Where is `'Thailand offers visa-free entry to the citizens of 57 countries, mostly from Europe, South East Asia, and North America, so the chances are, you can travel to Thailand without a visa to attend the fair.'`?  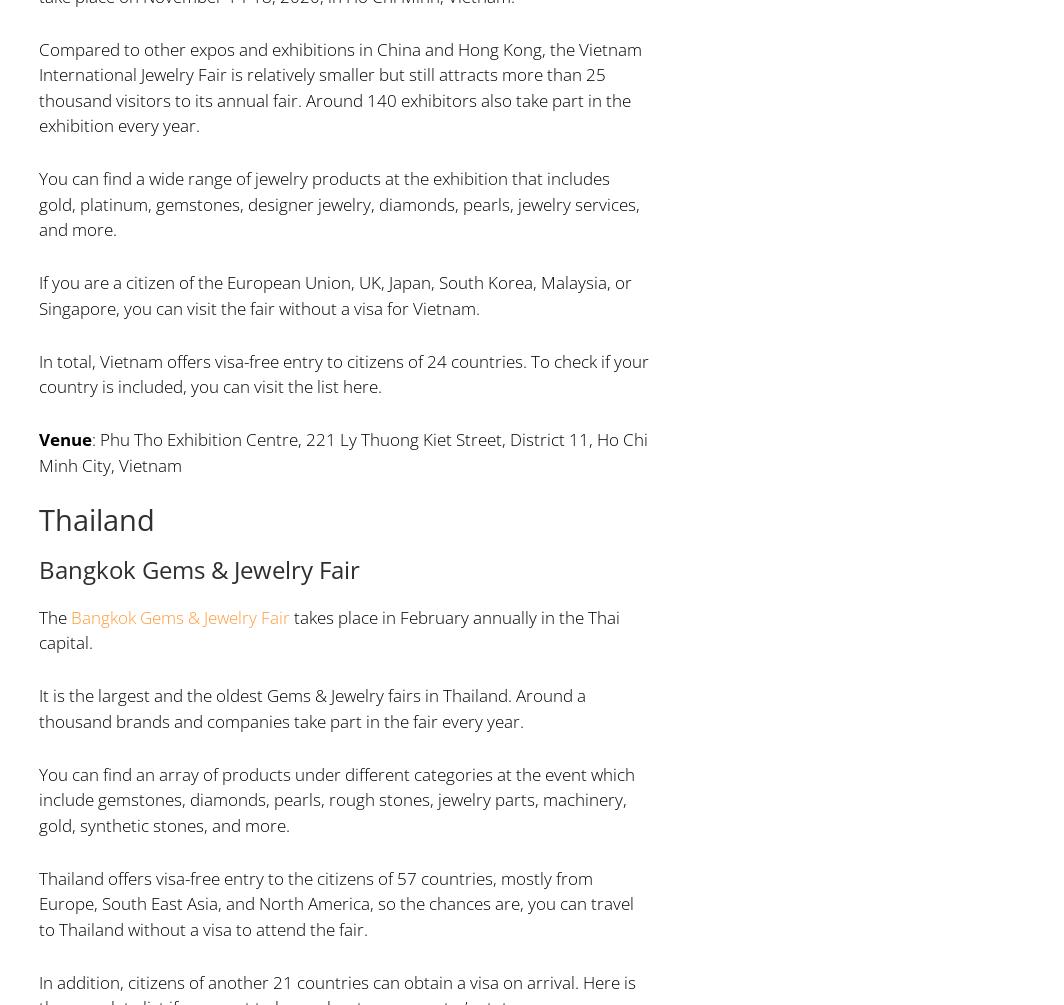 'Thailand offers visa-free entry to the citizens of 57 countries, mostly from Europe, South East Asia, and North America, so the chances are, you can travel to Thailand without a visa to attend the fair.' is located at coordinates (335, 901).